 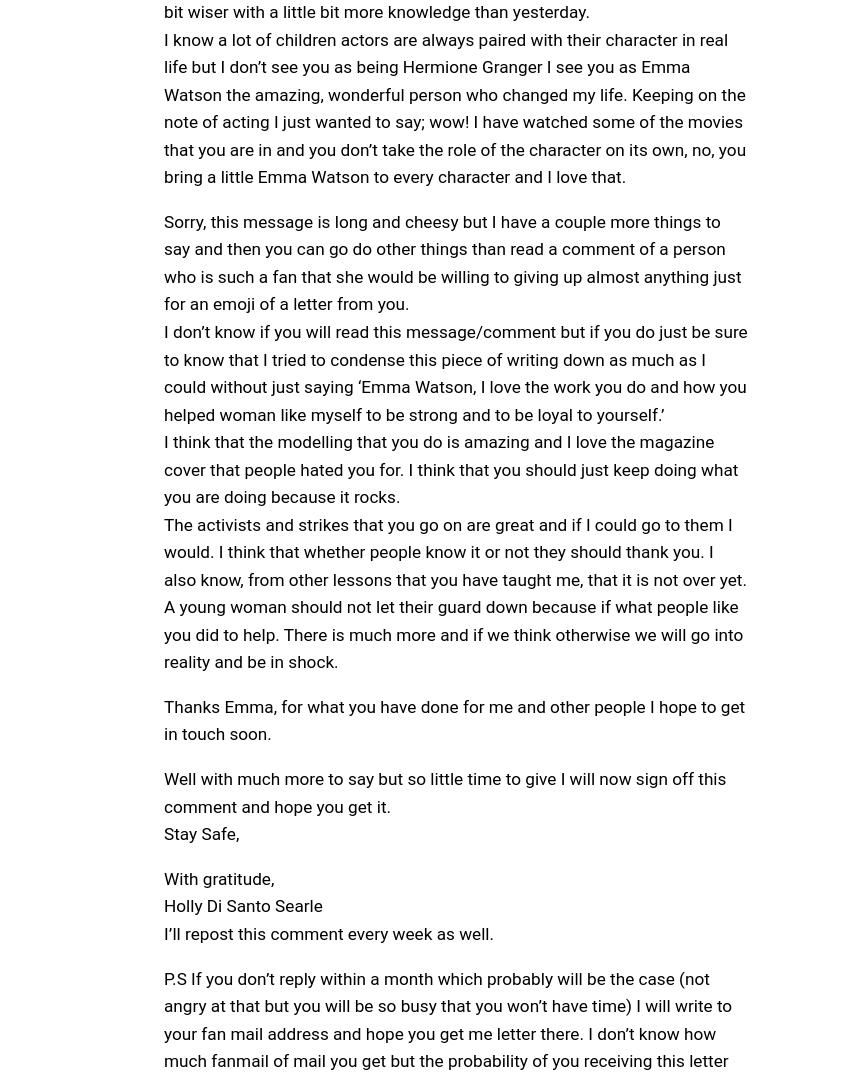 What do you see at coordinates (200, 833) in the screenshot?
I see `'Stay Safe,'` at bounding box center [200, 833].